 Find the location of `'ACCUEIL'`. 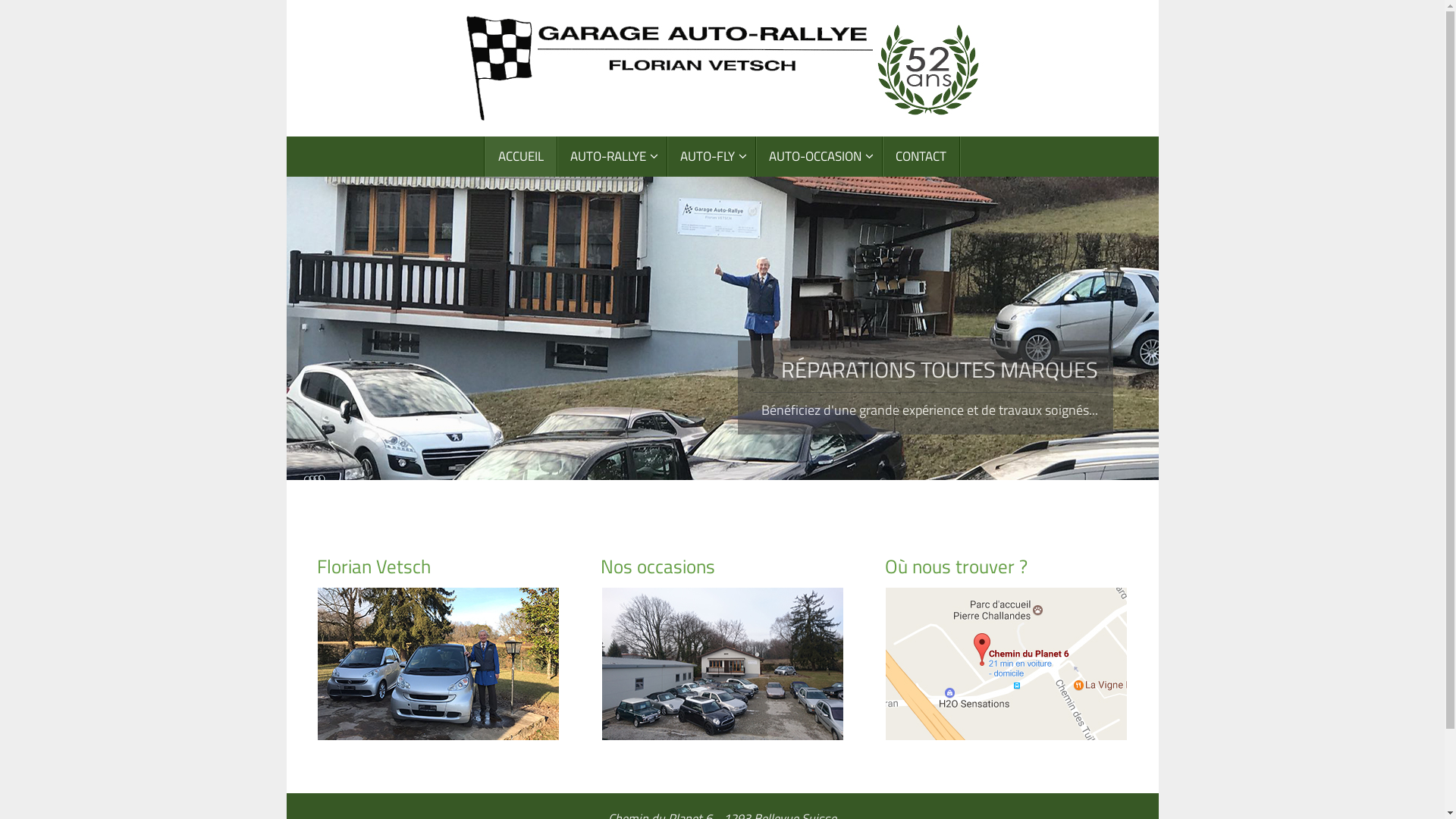

'ACCUEIL' is located at coordinates (521, 156).